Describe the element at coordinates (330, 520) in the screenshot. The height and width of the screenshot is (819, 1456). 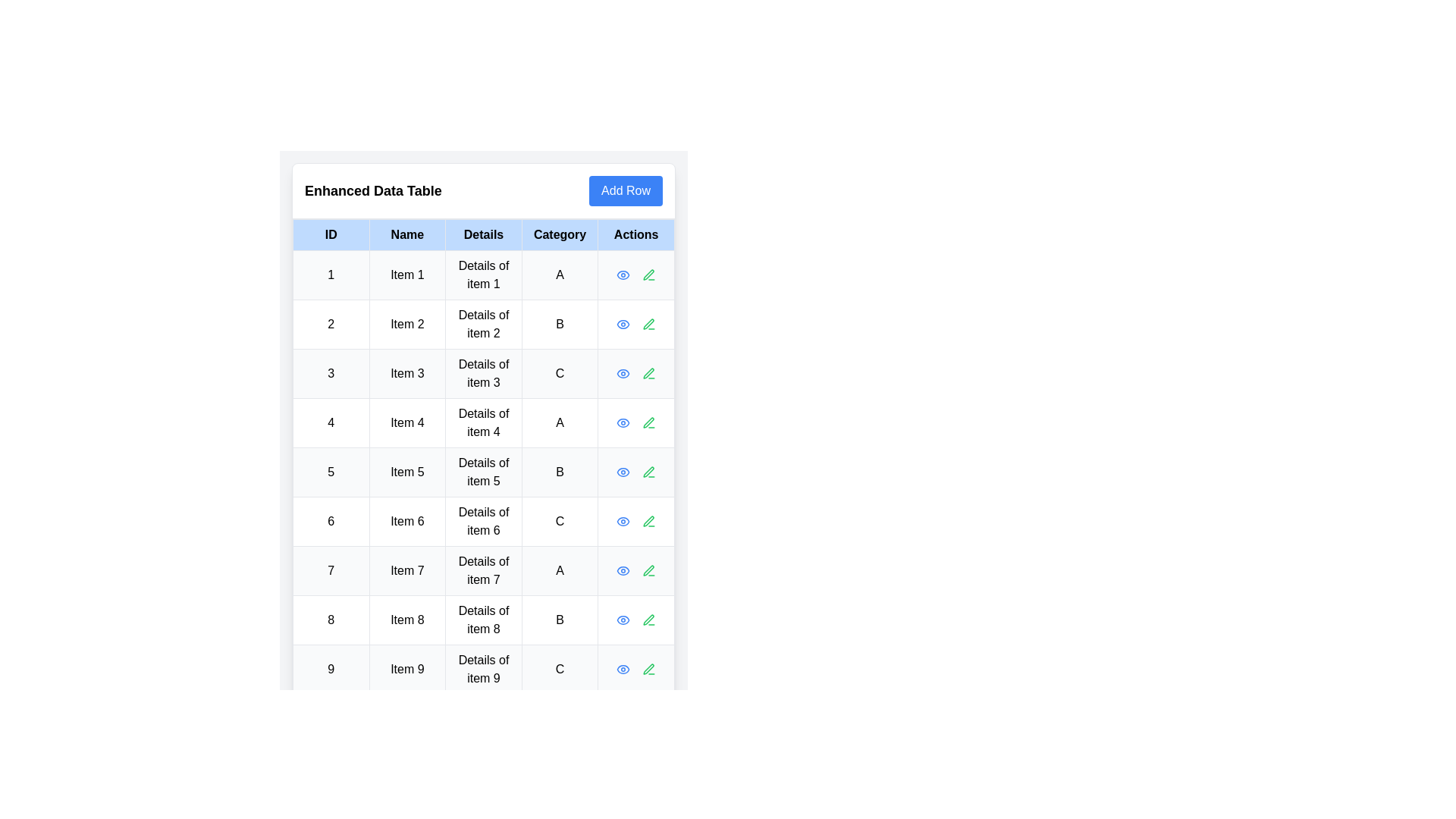
I see `on the table cell containing the text '6' in the first column of the sixth row` at that location.